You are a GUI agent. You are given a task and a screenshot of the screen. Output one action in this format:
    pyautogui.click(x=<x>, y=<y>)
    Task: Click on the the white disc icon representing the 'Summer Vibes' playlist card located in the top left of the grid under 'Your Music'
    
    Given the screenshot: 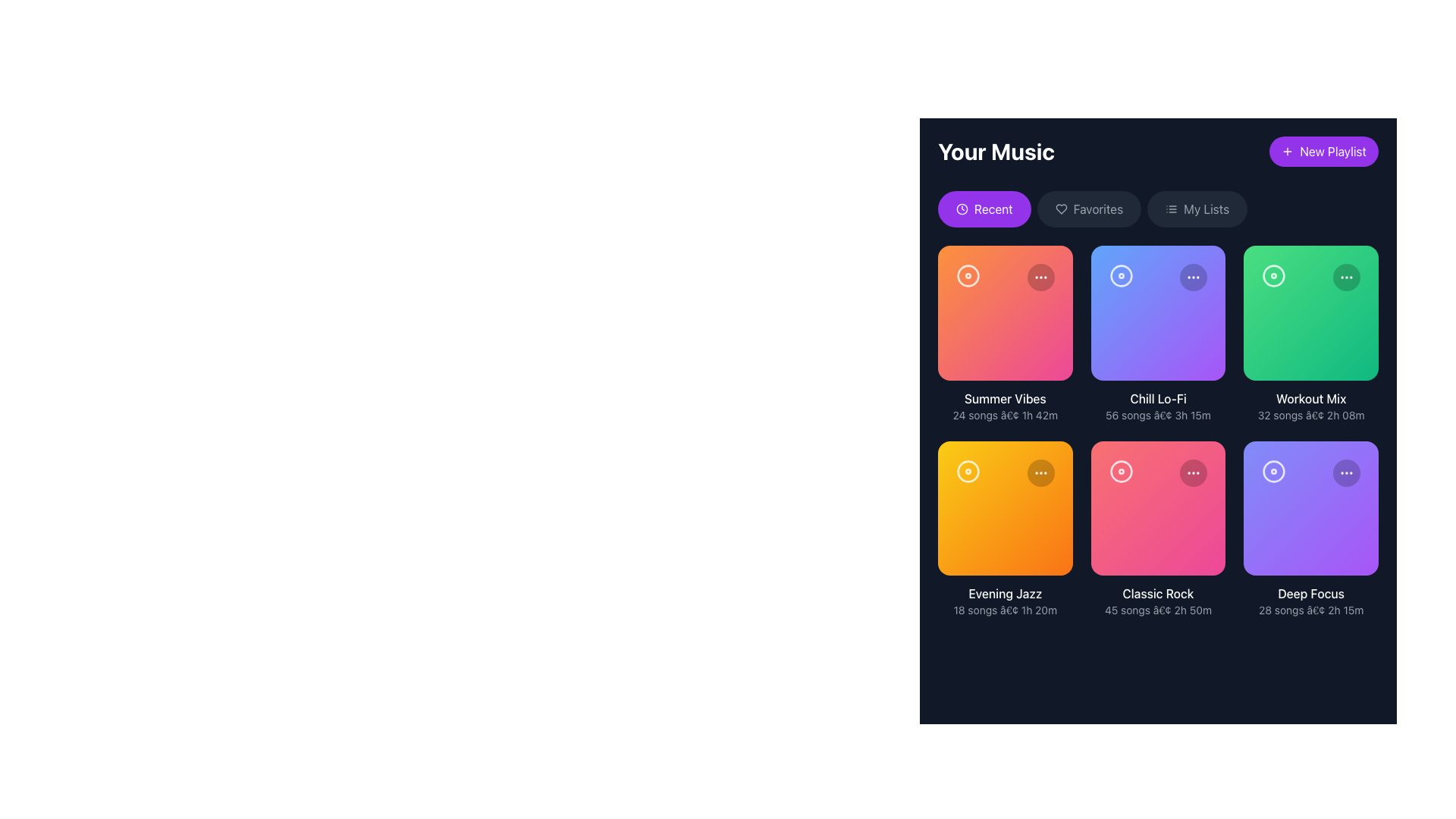 What is the action you would take?
    pyautogui.click(x=967, y=275)
    